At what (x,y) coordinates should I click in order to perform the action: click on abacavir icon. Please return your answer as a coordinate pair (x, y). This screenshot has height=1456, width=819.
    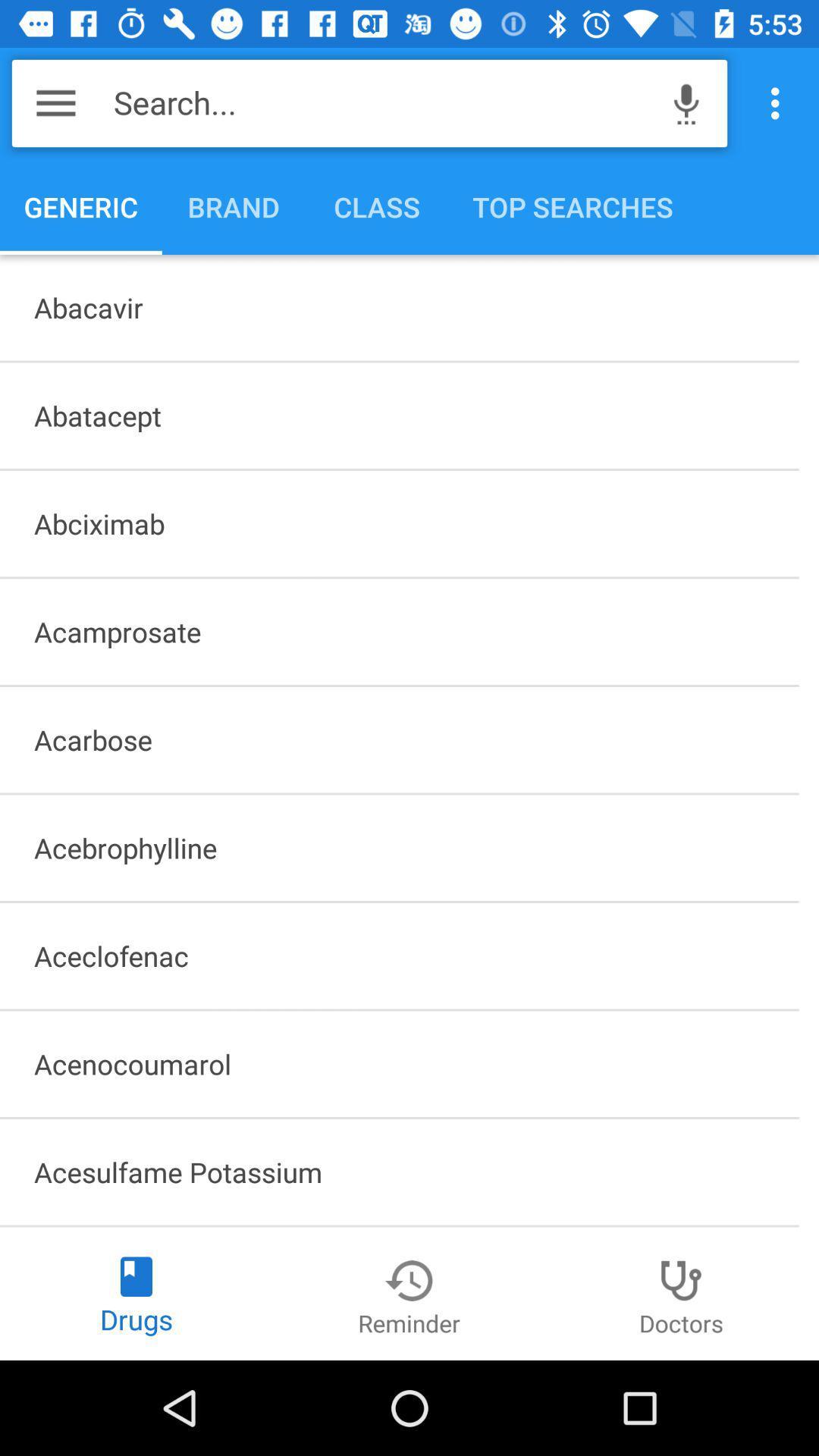
    Looking at the image, I should click on (398, 306).